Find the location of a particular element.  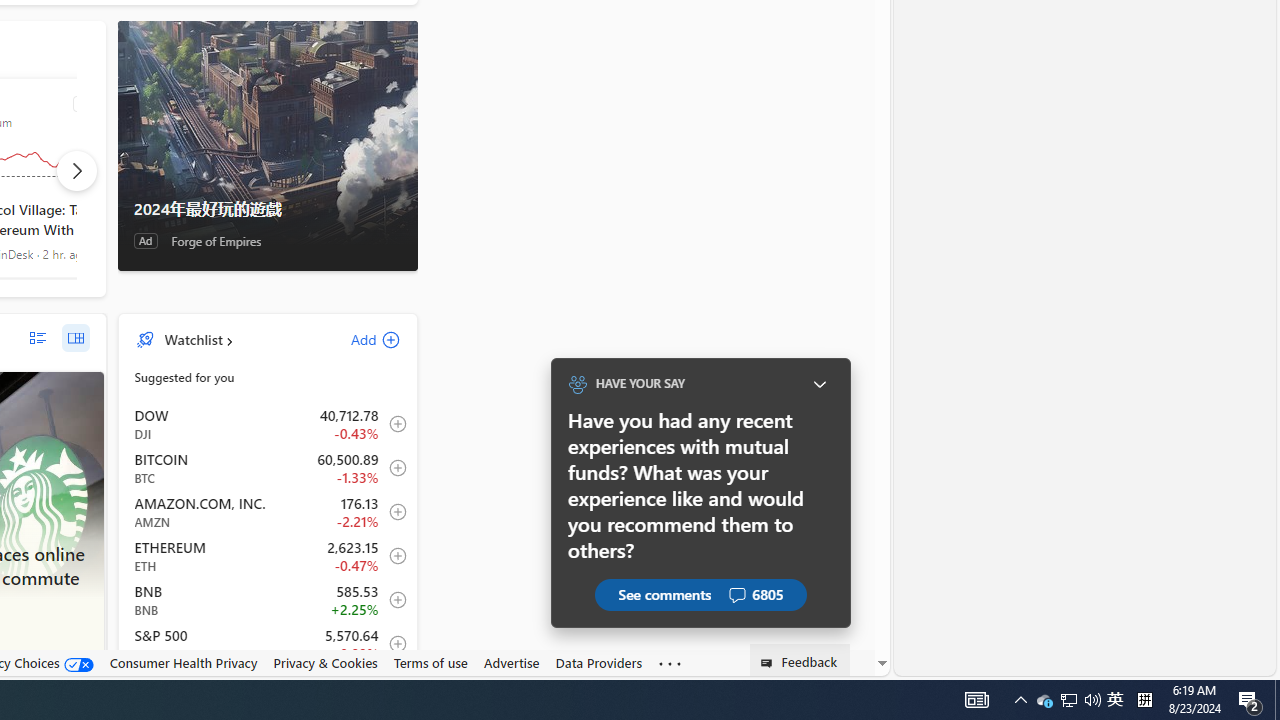

'INX S&P 500 decrease 5,570.64 -50.21 -0.89% item5' is located at coordinates (267, 644).